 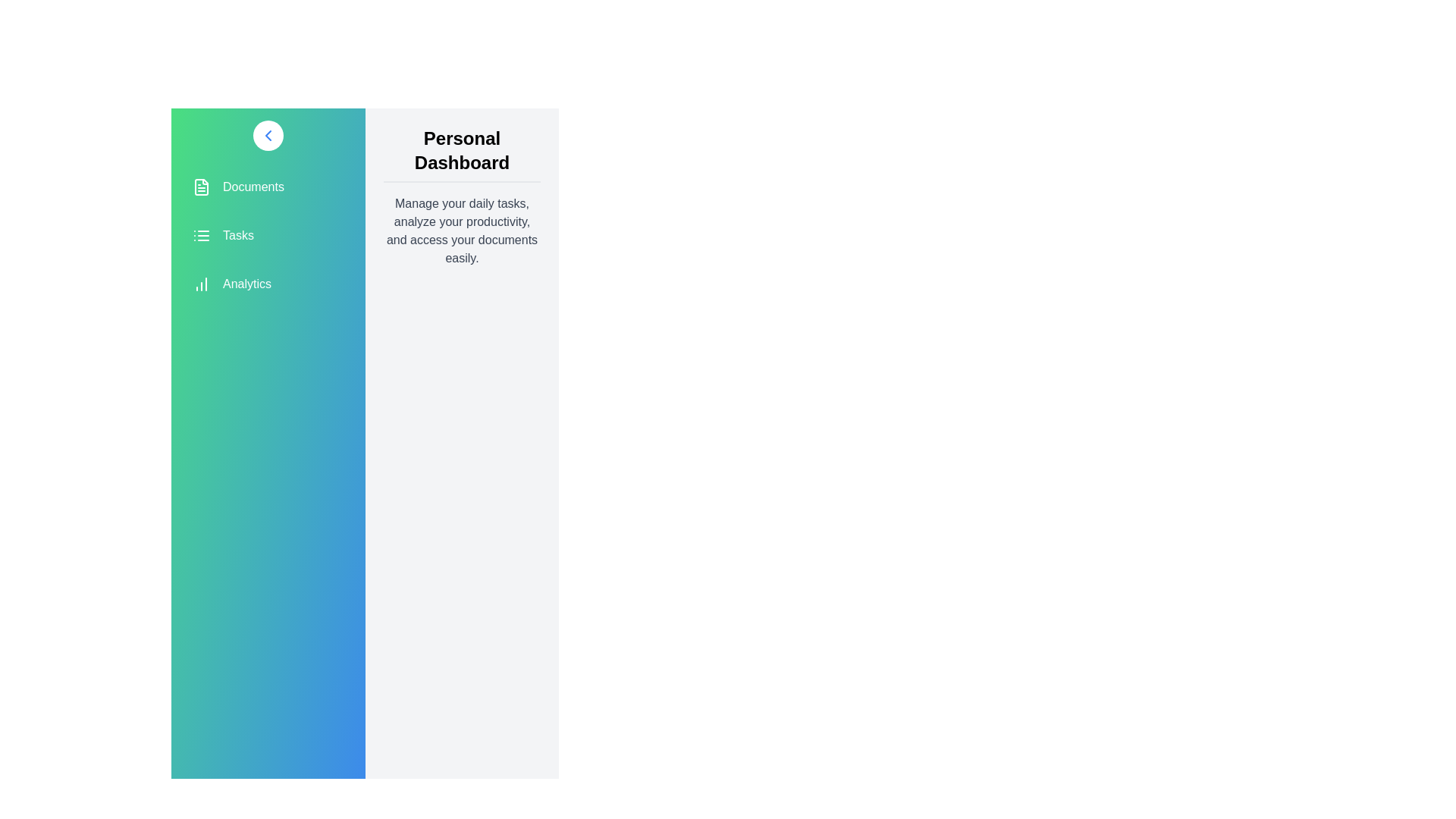 I want to click on the menu item Tasks from the sidebar menu, so click(x=268, y=236).